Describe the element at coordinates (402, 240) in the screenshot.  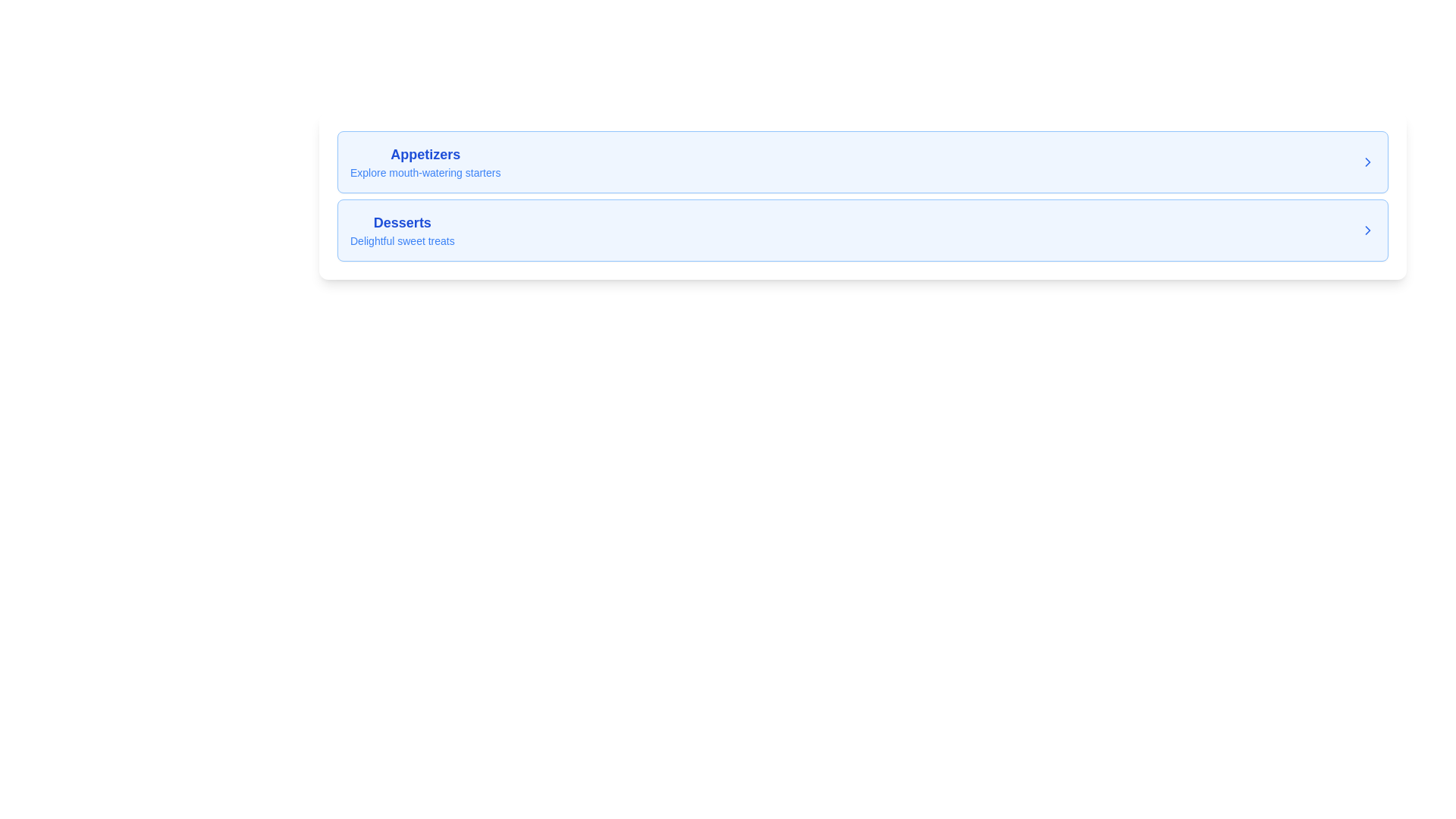
I see `styling details of the Text Label located directly below the 'Desserts' title, positioned in the center-right area of the interface` at that location.